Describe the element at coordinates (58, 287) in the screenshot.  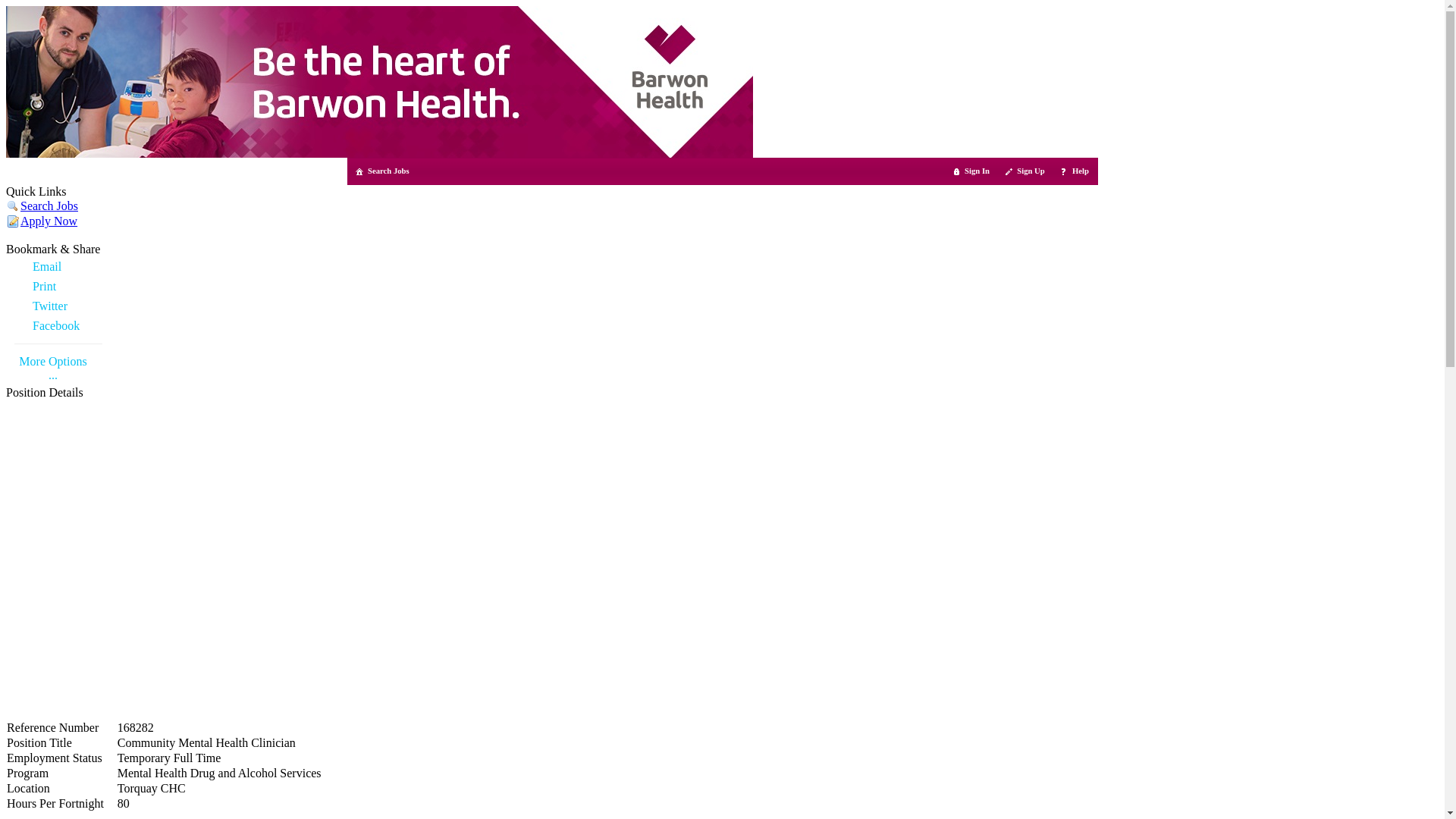
I see `'Print'` at that location.